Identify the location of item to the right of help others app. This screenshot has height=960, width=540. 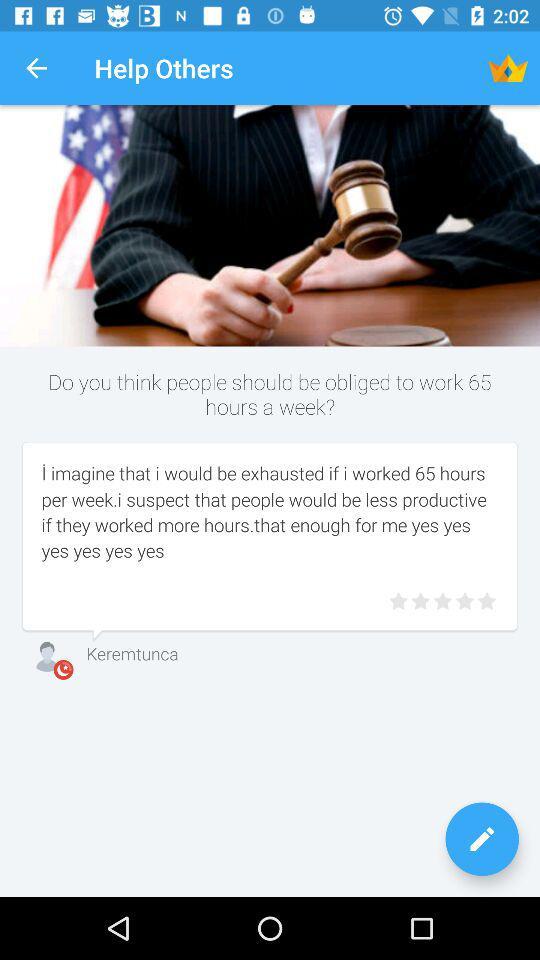
(508, 68).